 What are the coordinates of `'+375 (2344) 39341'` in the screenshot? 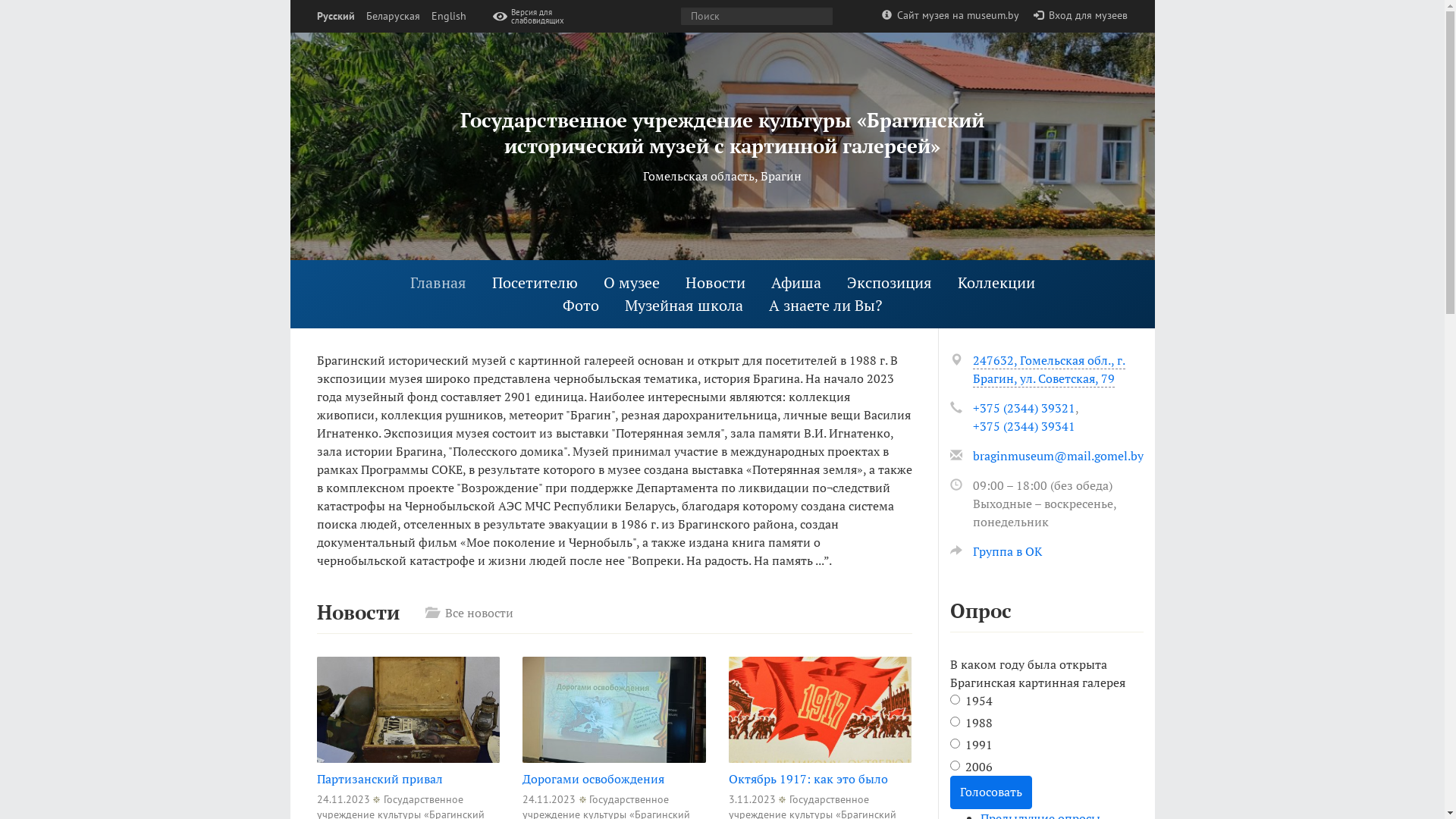 It's located at (1023, 426).